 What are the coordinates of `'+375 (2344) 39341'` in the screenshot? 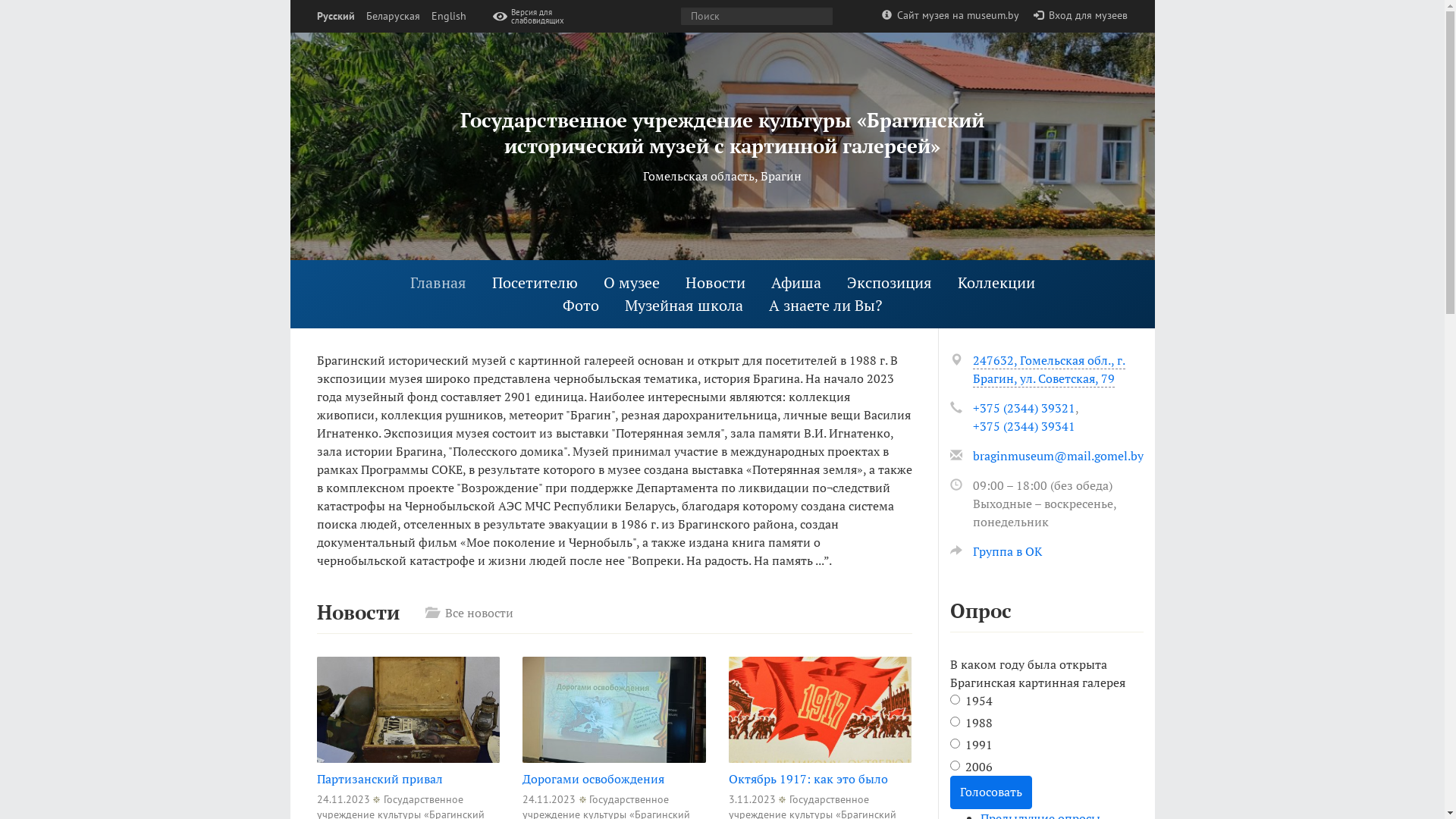 It's located at (1023, 426).